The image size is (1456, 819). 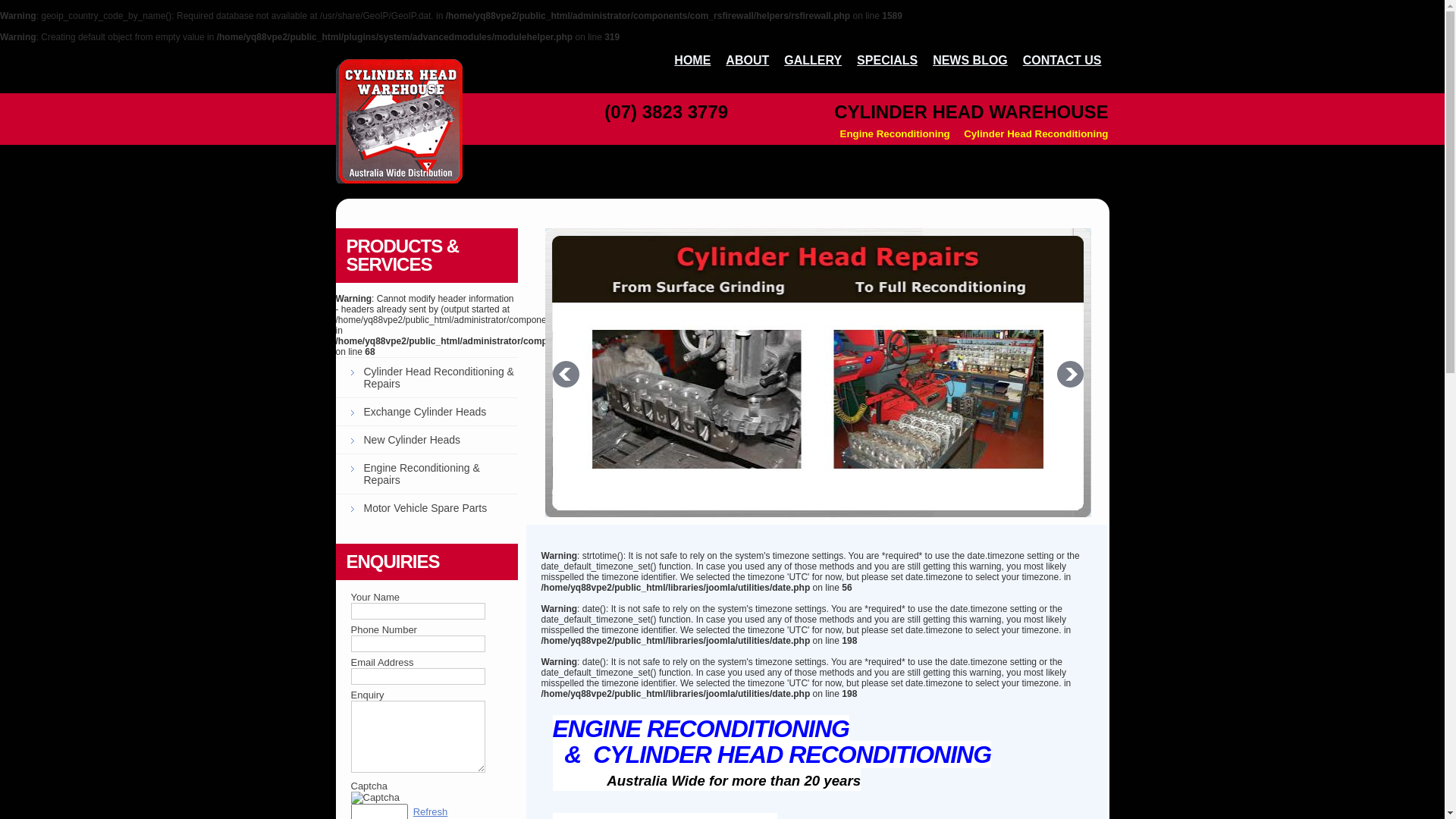 I want to click on 'New Cylinder Heads', so click(x=425, y=439).